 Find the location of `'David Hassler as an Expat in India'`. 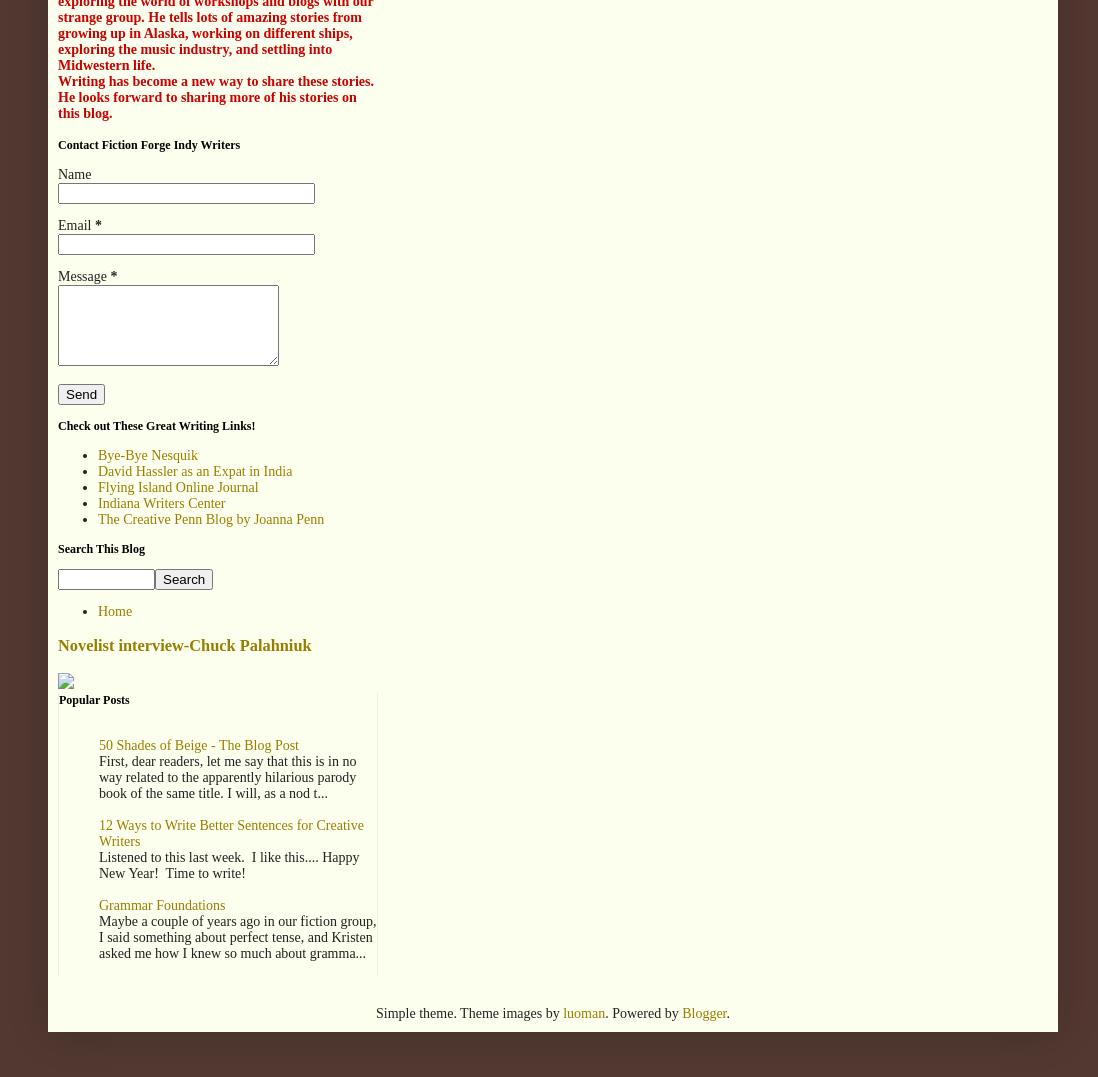

'David Hassler as an Expat in India' is located at coordinates (194, 470).